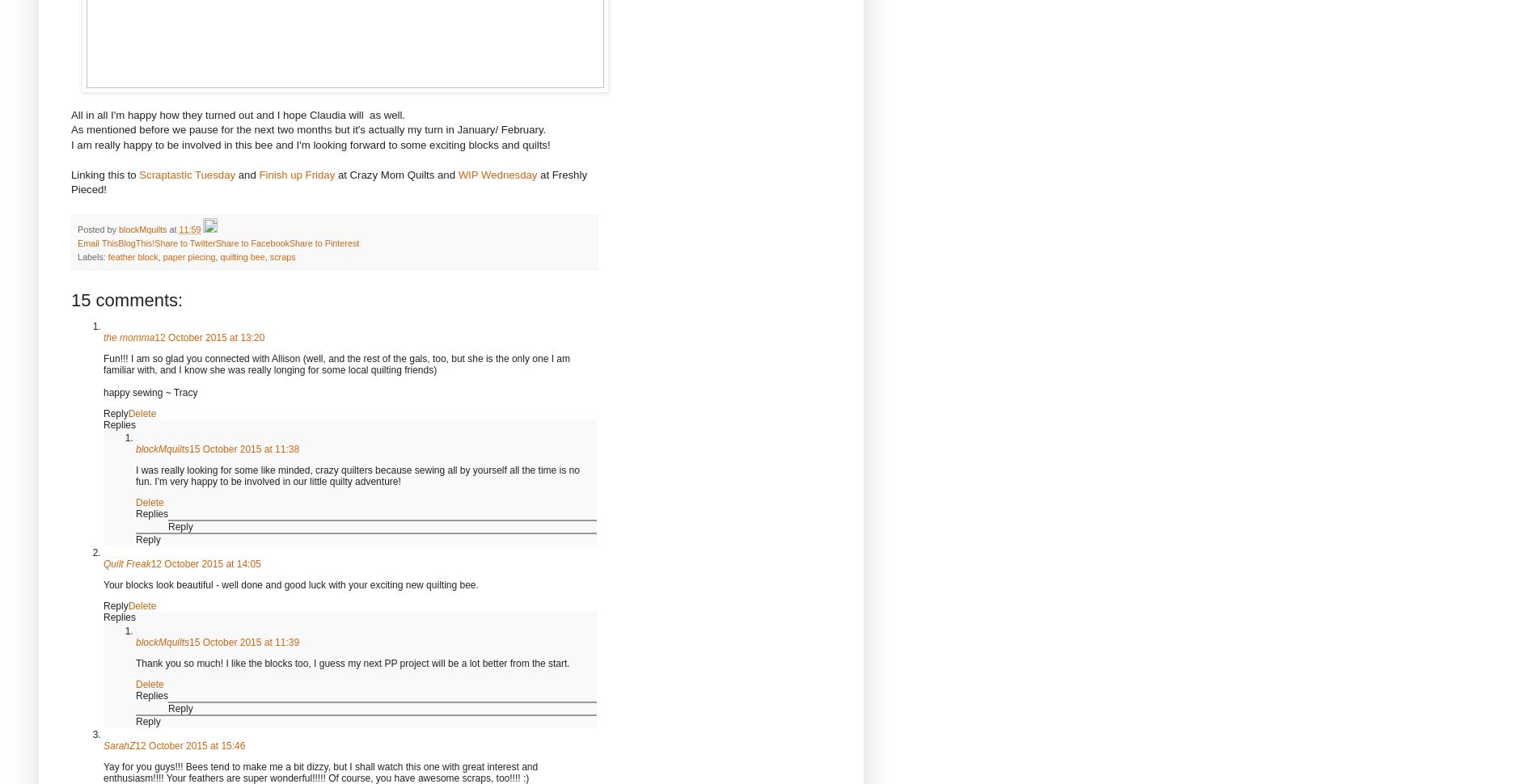 This screenshot has width=1535, height=784. Describe the element at coordinates (241, 256) in the screenshot. I see `'quilting bee'` at that location.